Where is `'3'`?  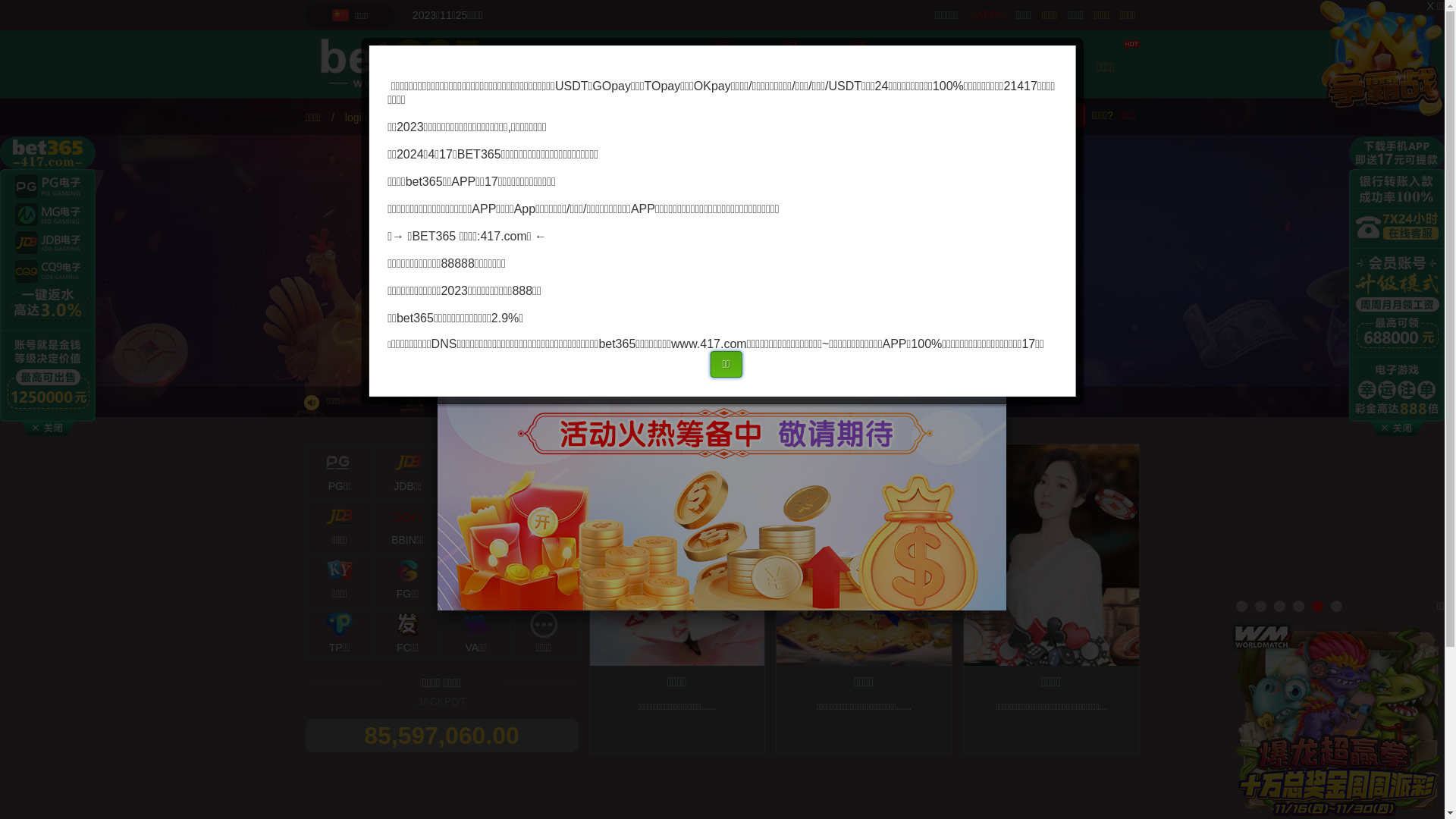 '3' is located at coordinates (1274, 605).